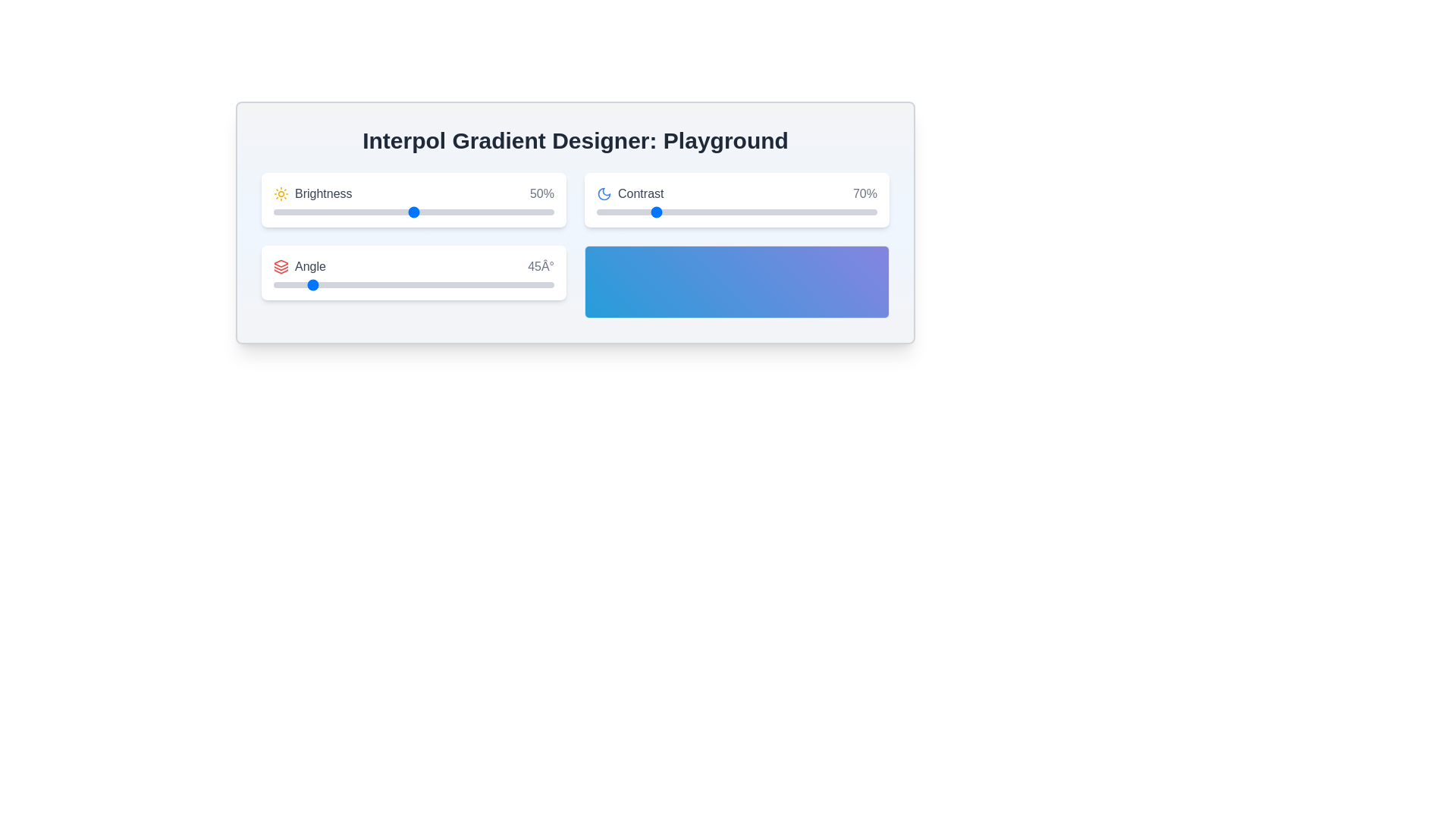  What do you see at coordinates (682, 212) in the screenshot?
I see `the contrast level` at bounding box center [682, 212].